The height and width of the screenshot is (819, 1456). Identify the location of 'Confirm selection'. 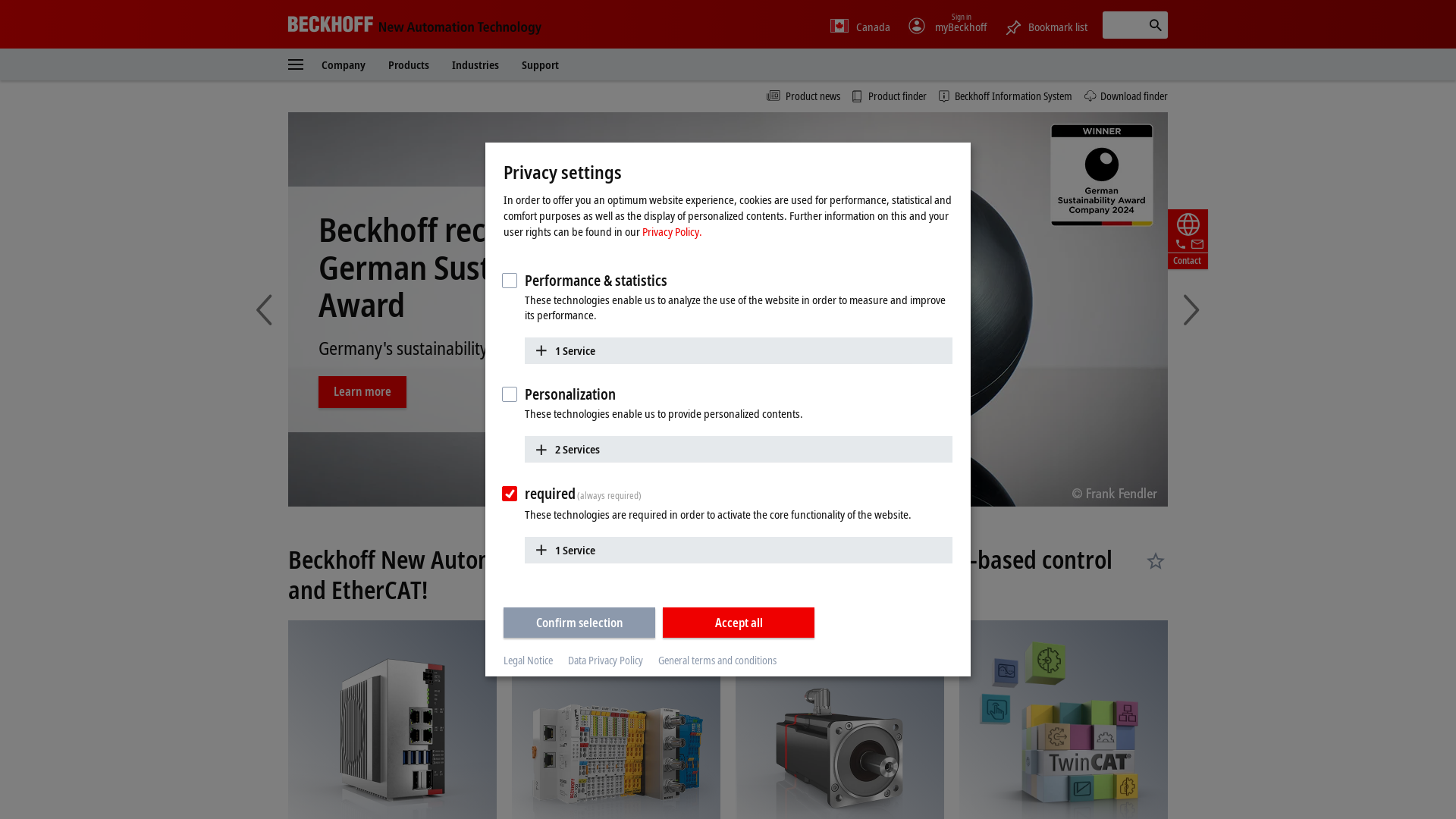
(578, 622).